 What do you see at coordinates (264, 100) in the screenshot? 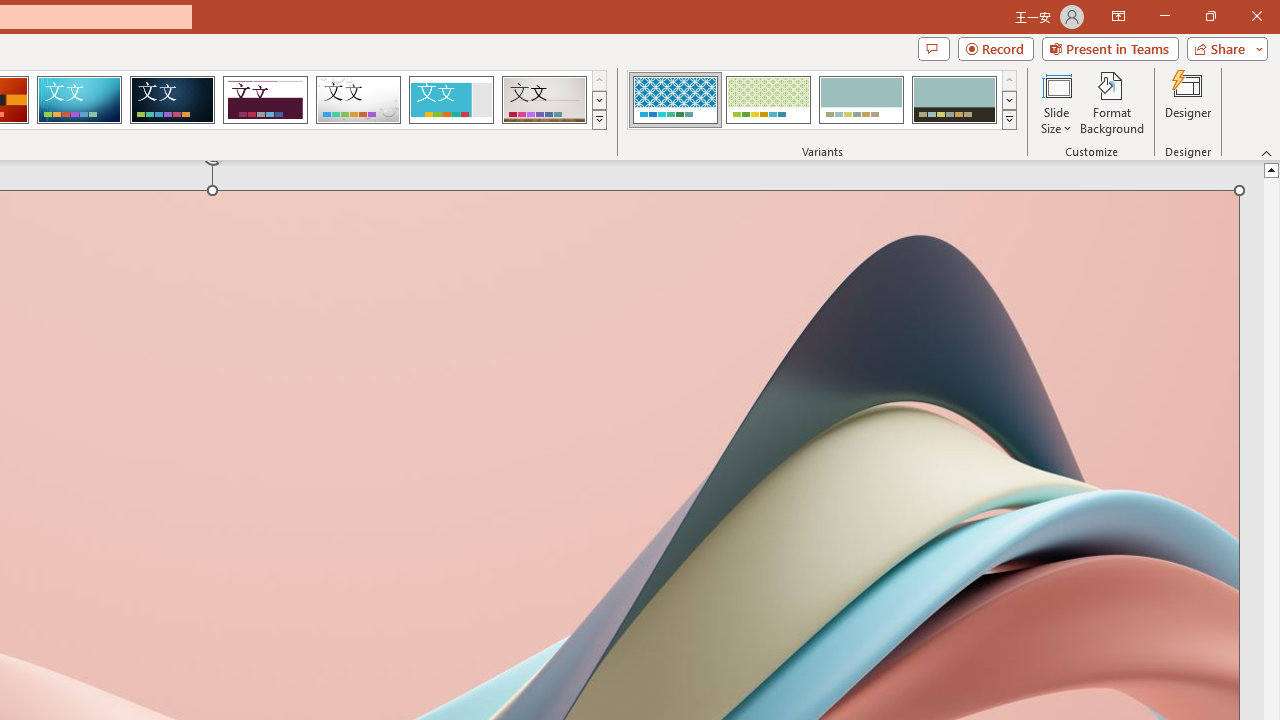
I see `'Dividend'` at bounding box center [264, 100].